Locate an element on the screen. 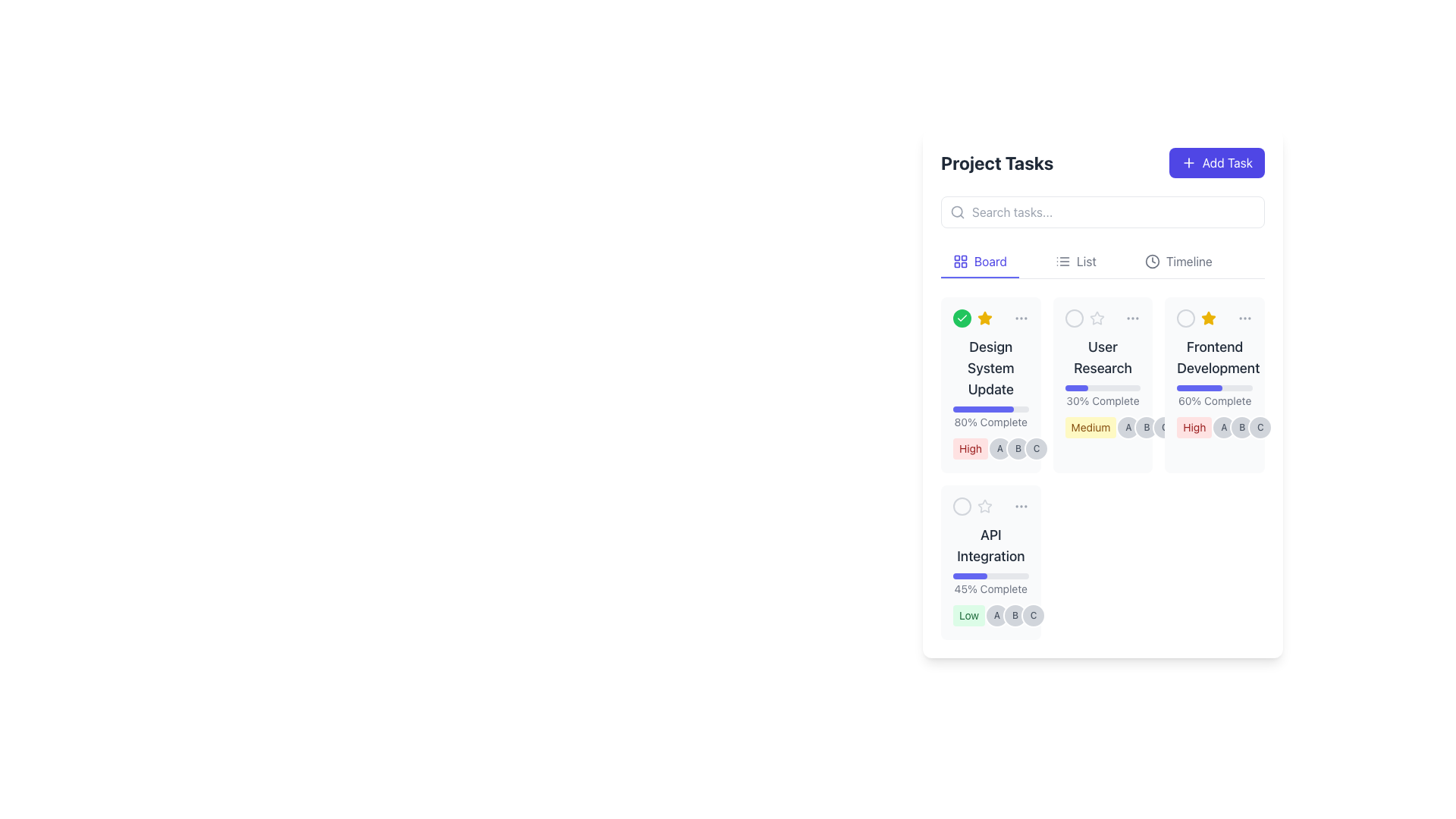  the progress is located at coordinates (1197, 388).